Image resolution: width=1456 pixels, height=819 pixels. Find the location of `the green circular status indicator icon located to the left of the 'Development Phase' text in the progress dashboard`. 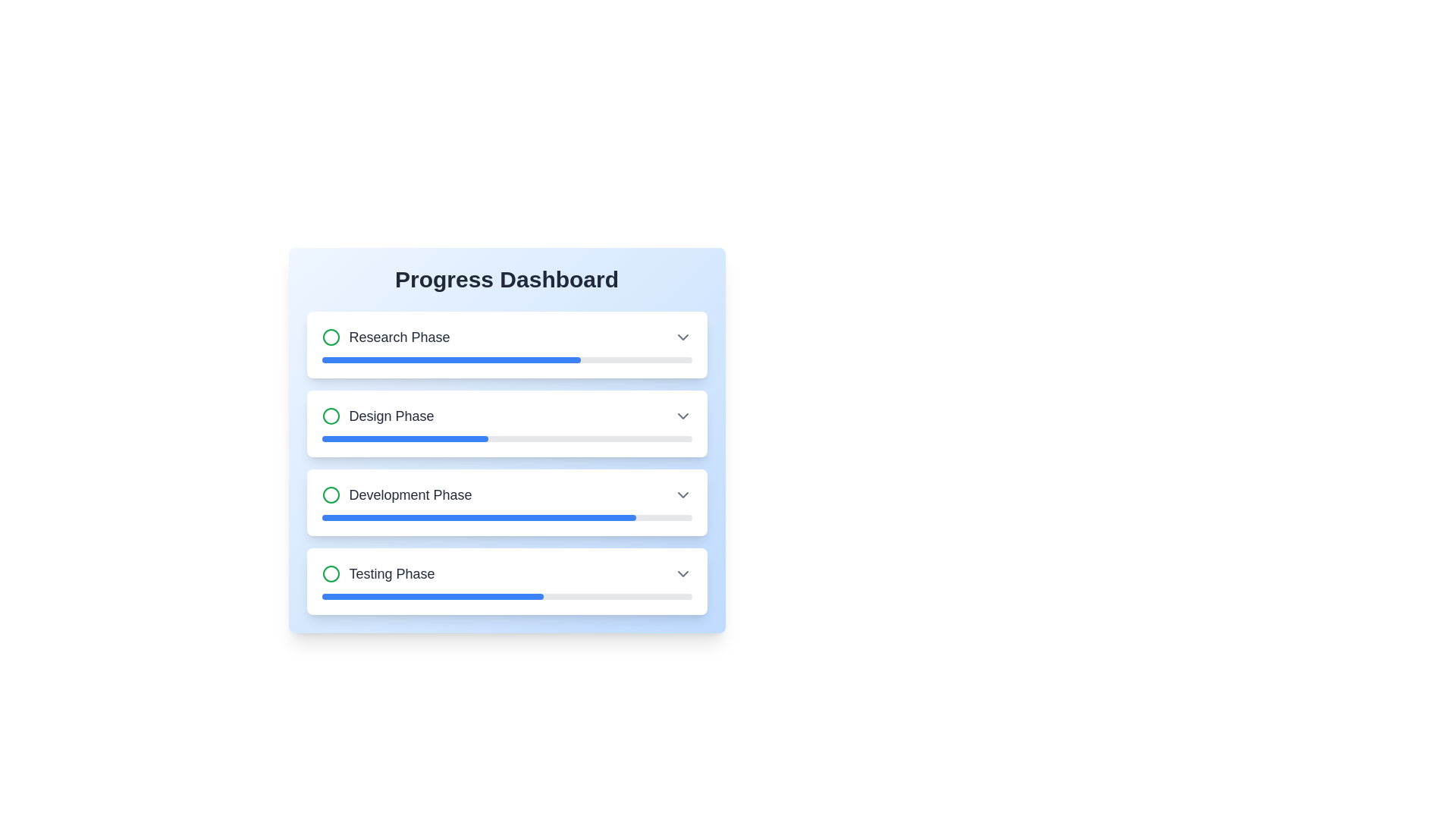

the green circular status indicator icon located to the left of the 'Development Phase' text in the progress dashboard is located at coordinates (330, 494).